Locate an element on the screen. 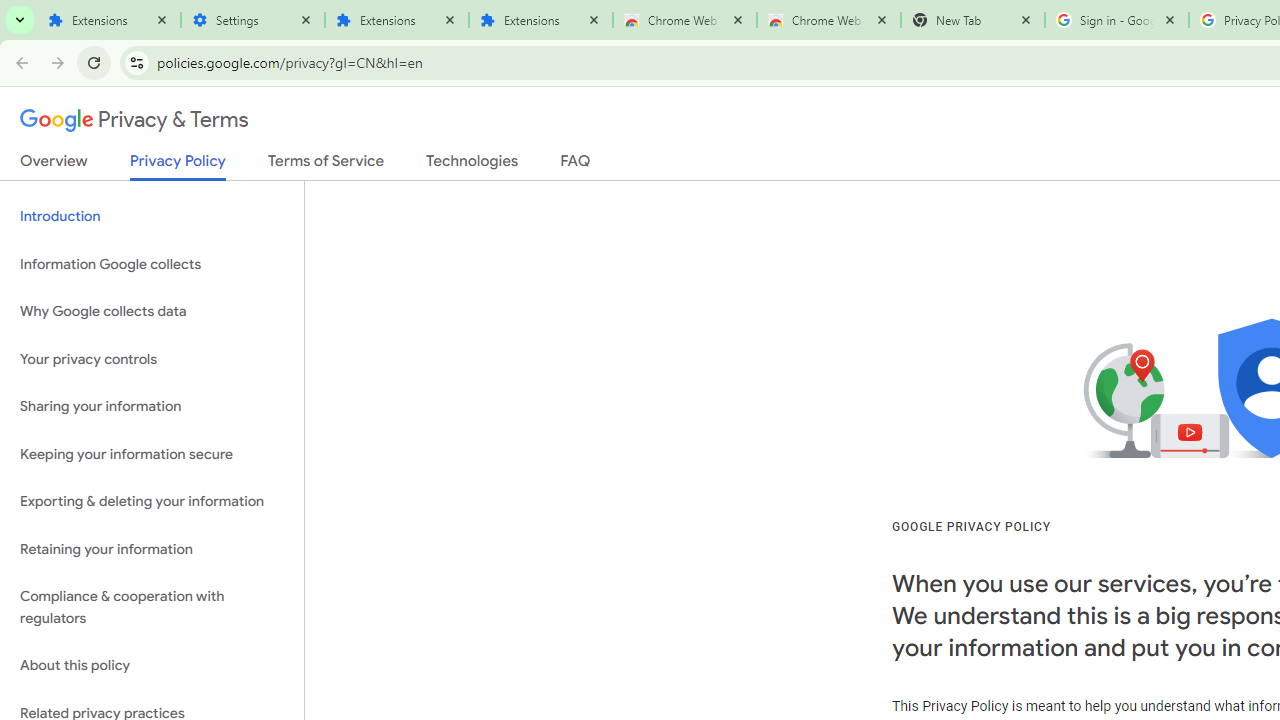  'Exporting & deleting your information' is located at coordinates (151, 501).